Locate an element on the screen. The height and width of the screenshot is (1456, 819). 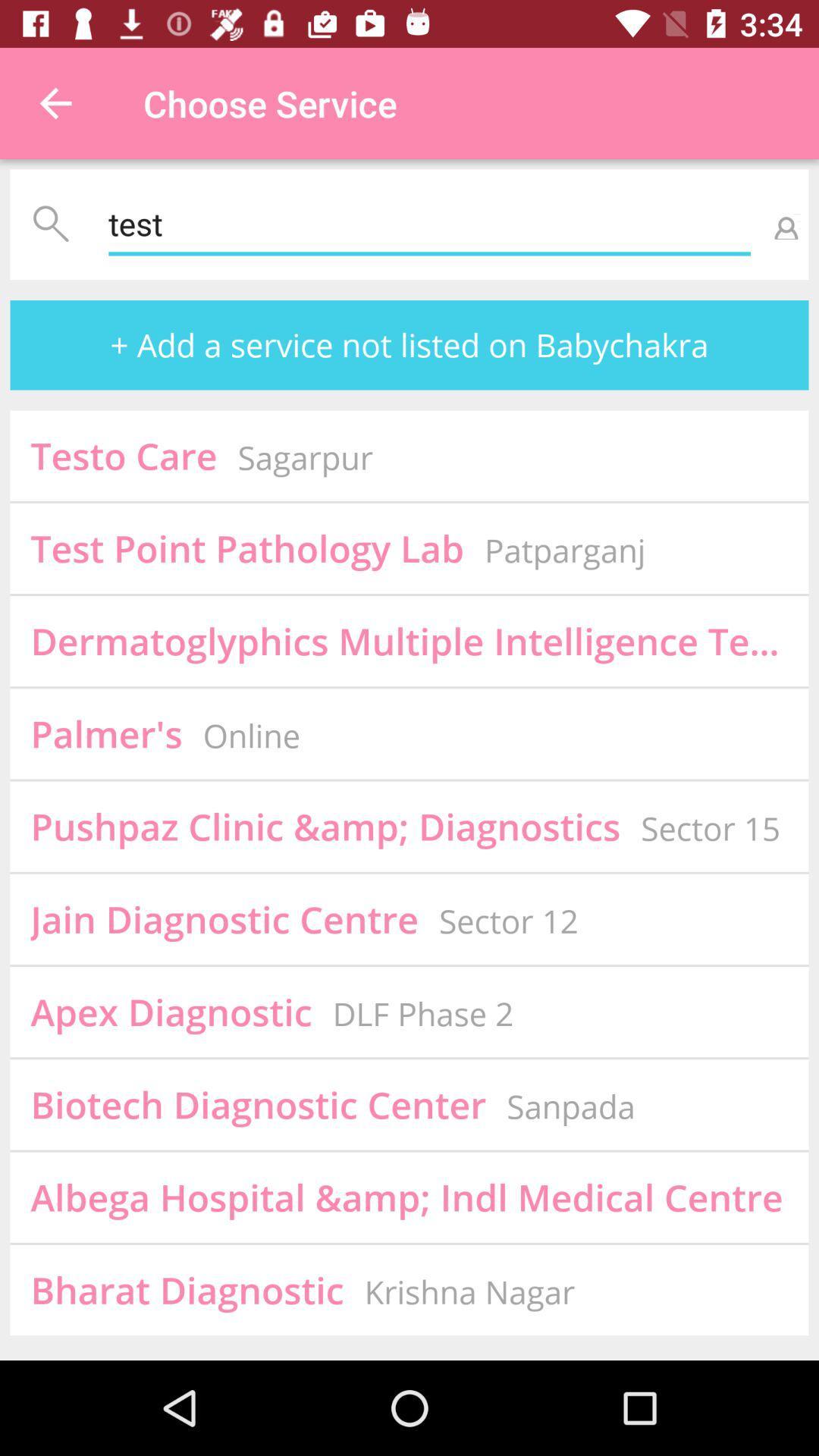
the item to the right of test is located at coordinates (783, 224).